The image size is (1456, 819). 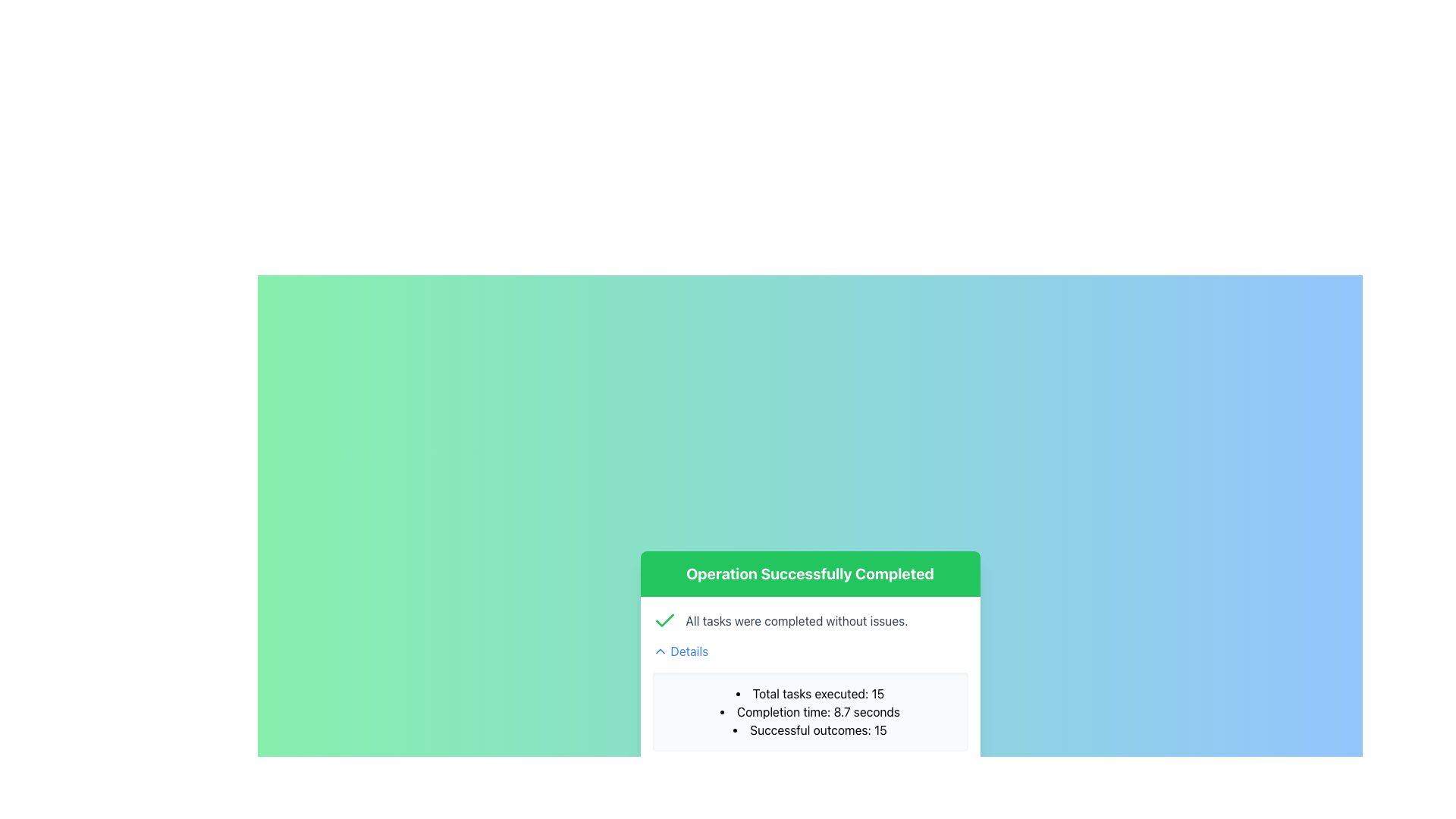 I want to click on the green banner displaying 'Operation Successfully Completed', which is located at the top of the notification card layout, so click(x=809, y=573).